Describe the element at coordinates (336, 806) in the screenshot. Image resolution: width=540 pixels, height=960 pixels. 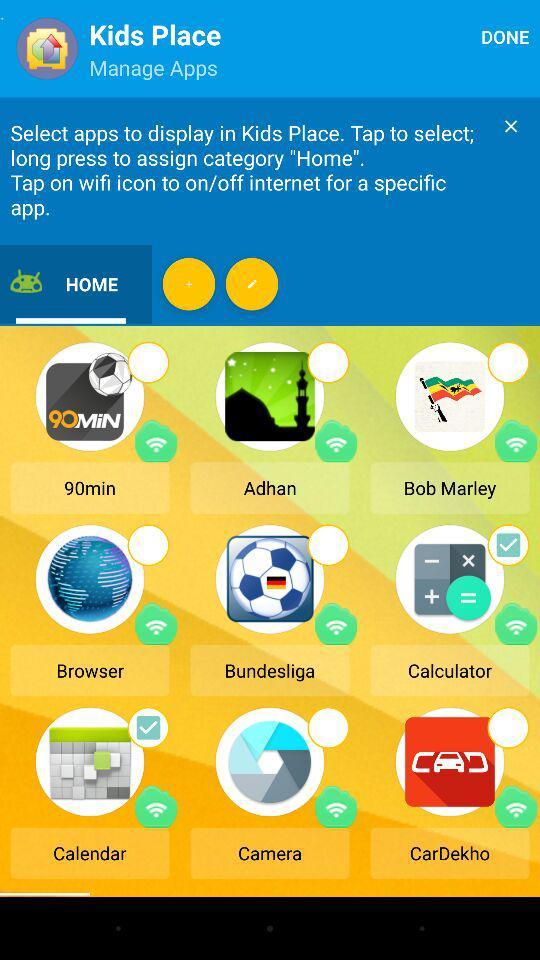
I see `wifi button` at that location.